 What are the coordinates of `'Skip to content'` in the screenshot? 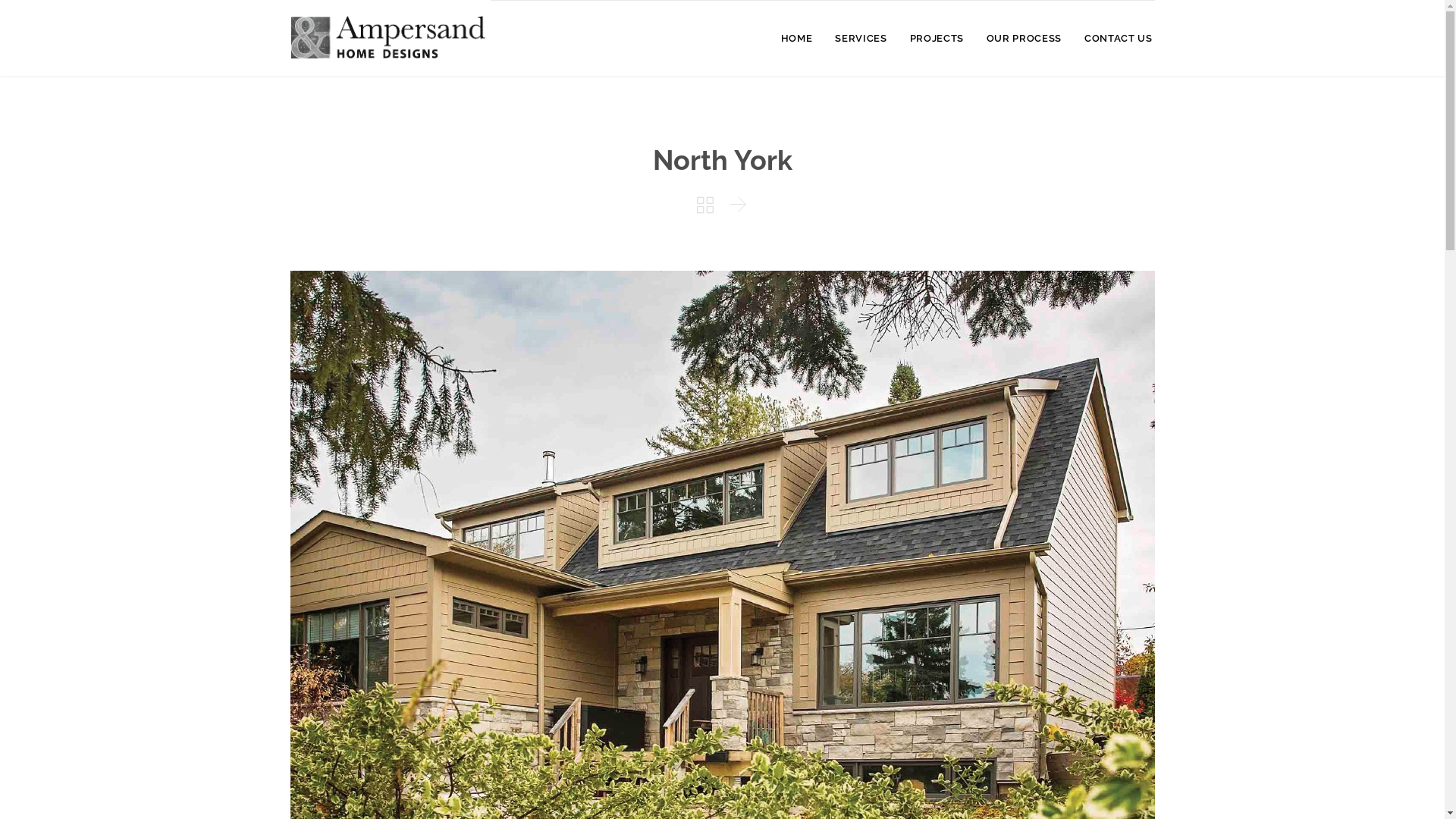 It's located at (1163, 20).